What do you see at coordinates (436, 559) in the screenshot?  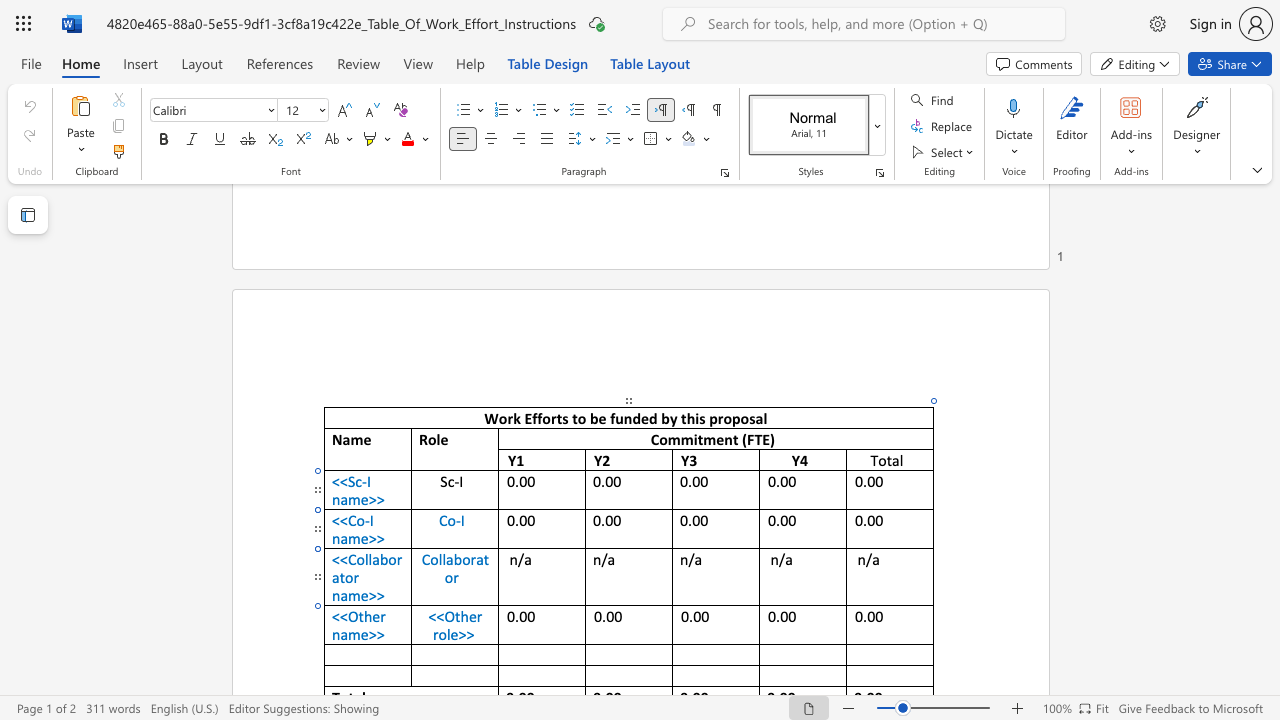 I see `the space between the continuous character "o" and "l" in the text` at bounding box center [436, 559].